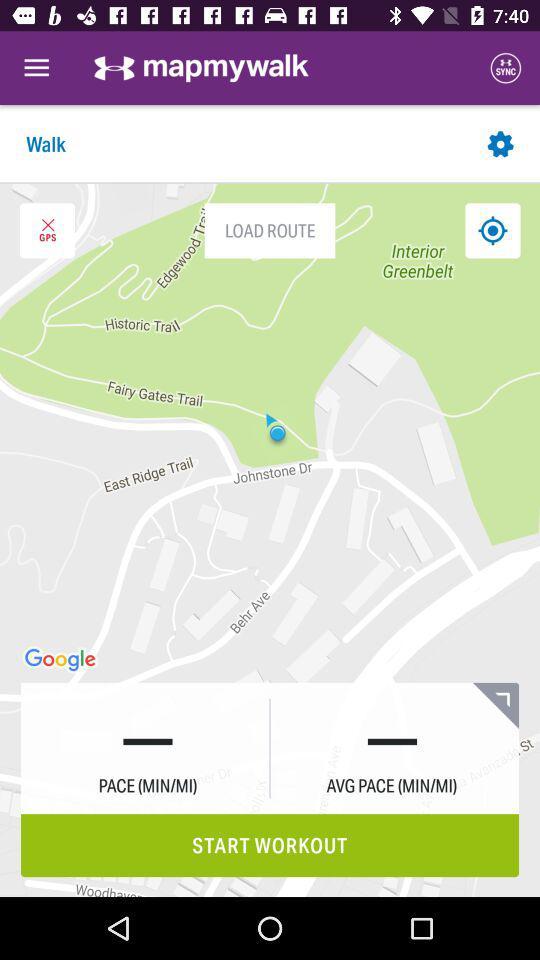  What do you see at coordinates (494, 705) in the screenshot?
I see `the icon above start workout icon` at bounding box center [494, 705].